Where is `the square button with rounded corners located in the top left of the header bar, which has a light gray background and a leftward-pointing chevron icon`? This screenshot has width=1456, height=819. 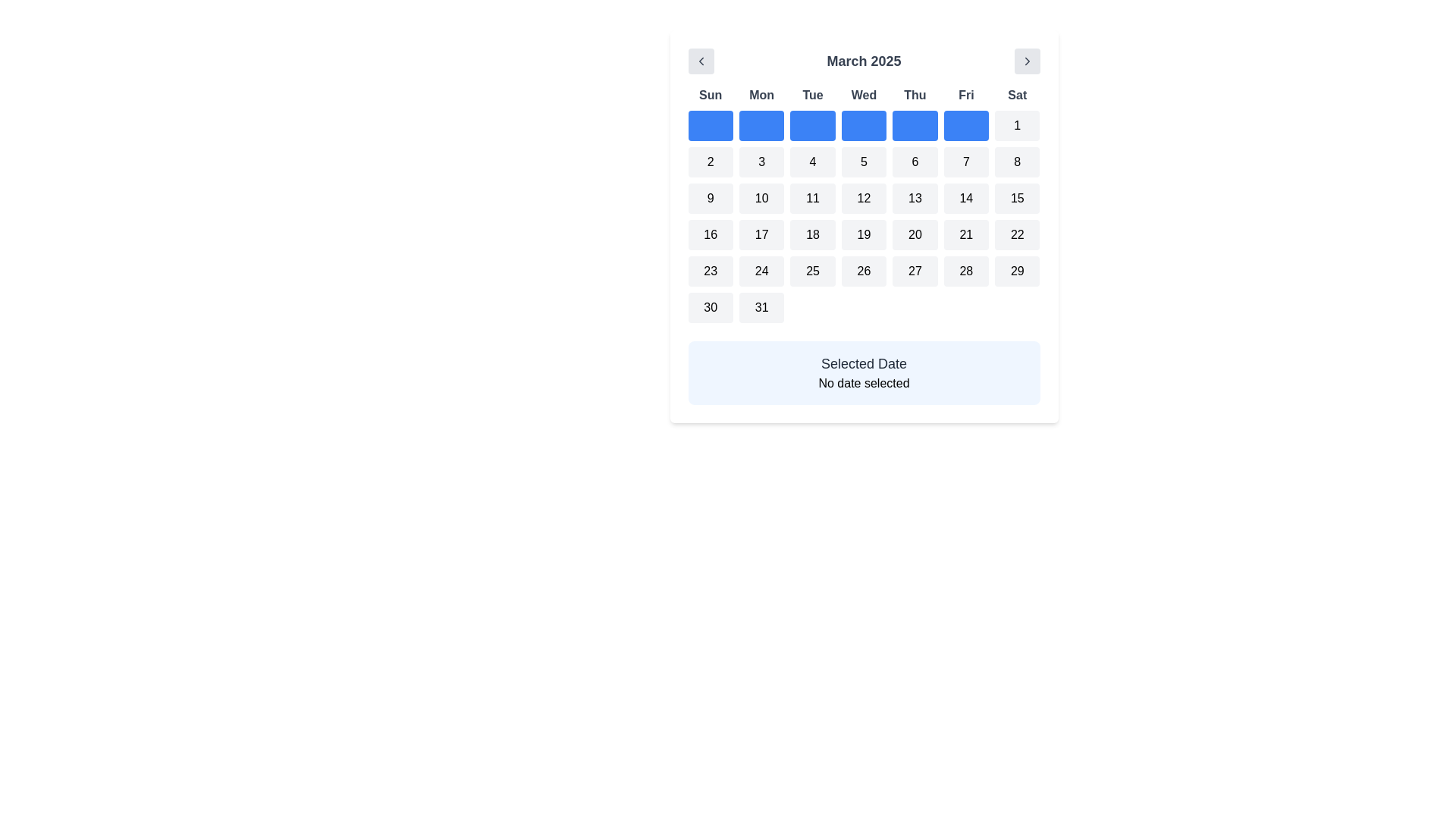 the square button with rounded corners located in the top left of the header bar, which has a light gray background and a leftward-pointing chevron icon is located at coordinates (700, 61).